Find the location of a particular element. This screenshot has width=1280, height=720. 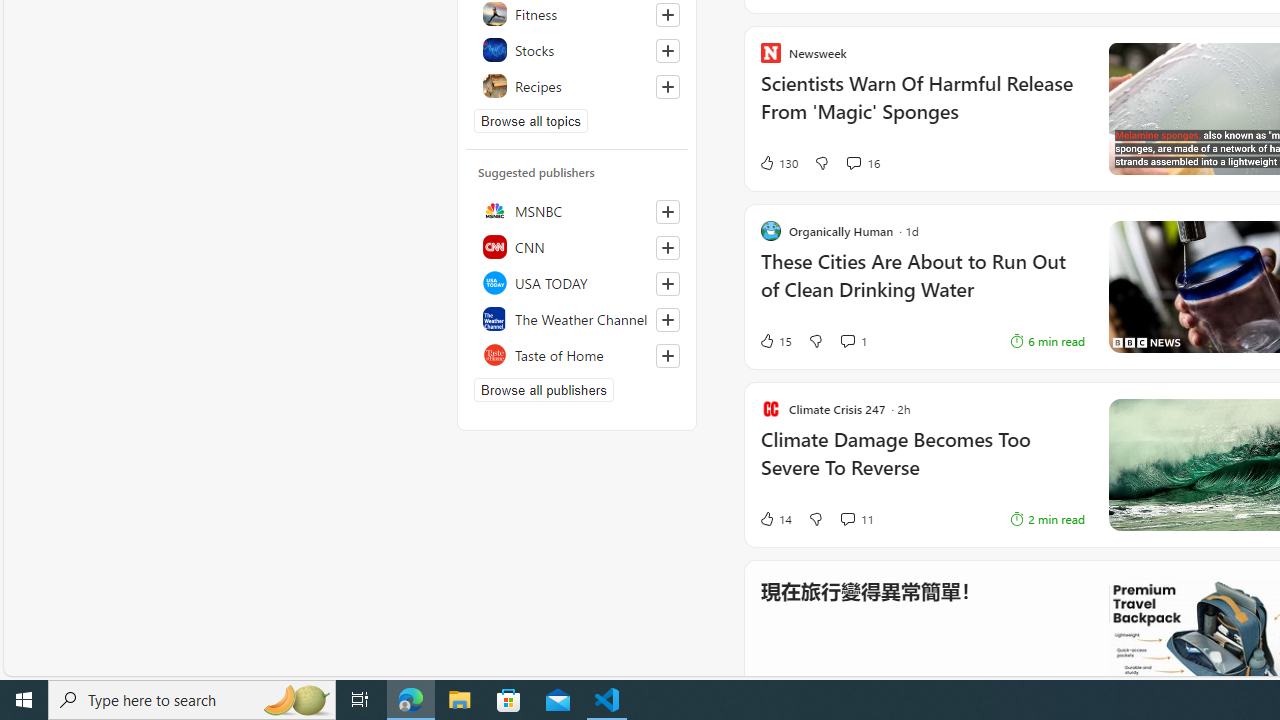

'14 Like' is located at coordinates (774, 518).